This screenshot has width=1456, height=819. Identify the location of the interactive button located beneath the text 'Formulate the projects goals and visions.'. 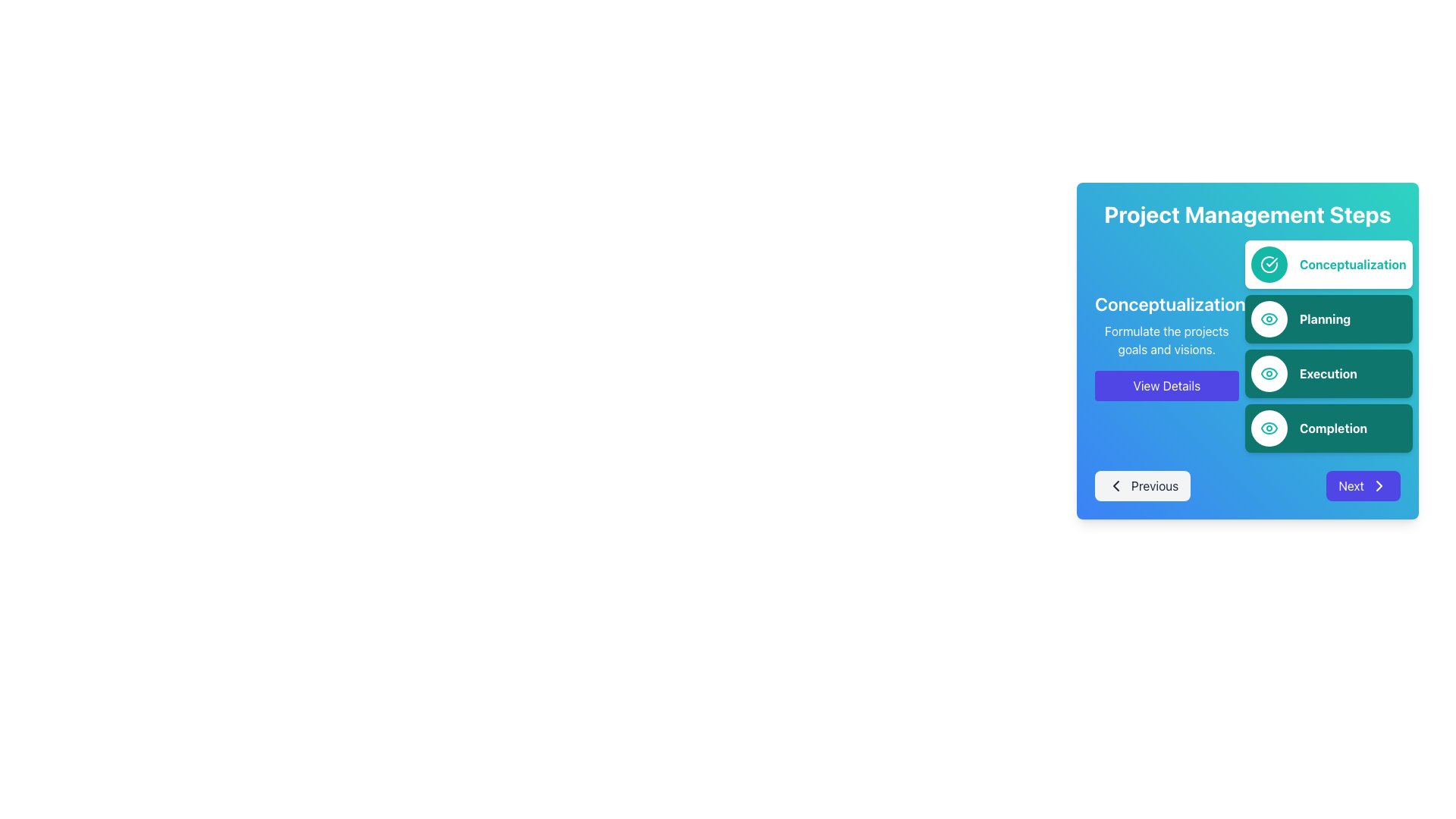
(1166, 385).